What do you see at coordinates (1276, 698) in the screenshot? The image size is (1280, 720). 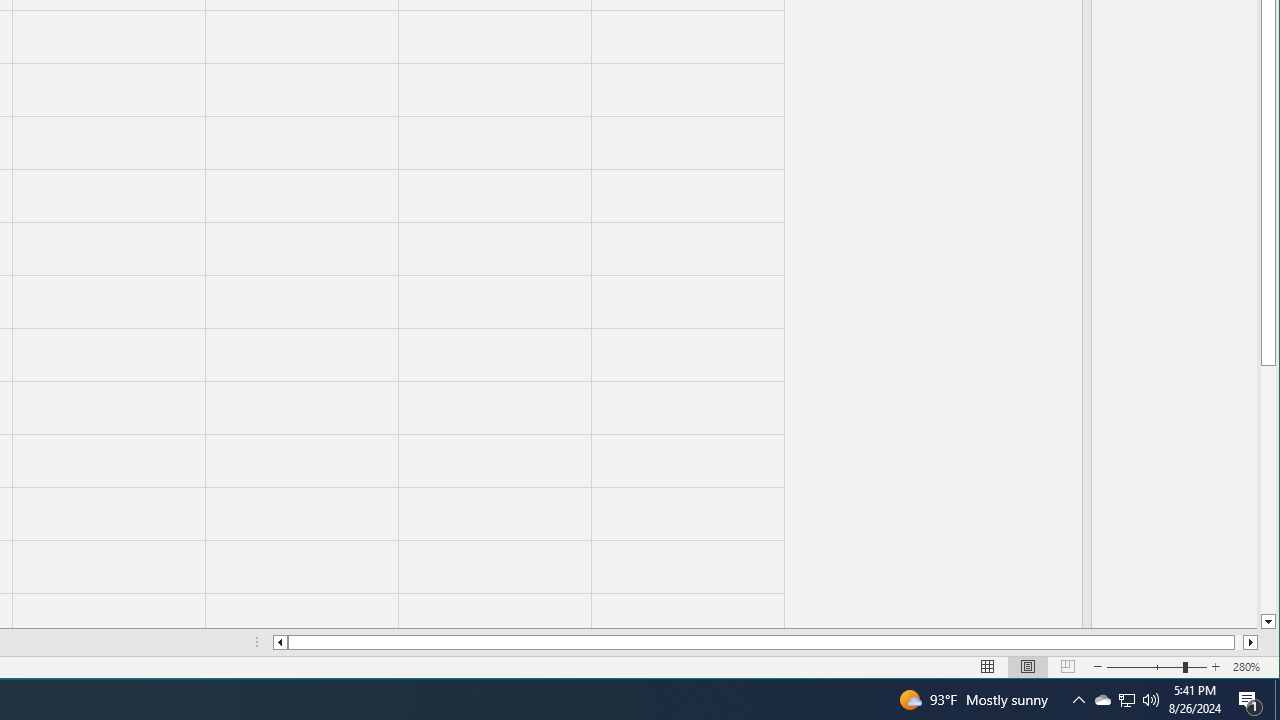 I see `'Show desktop'` at bounding box center [1276, 698].